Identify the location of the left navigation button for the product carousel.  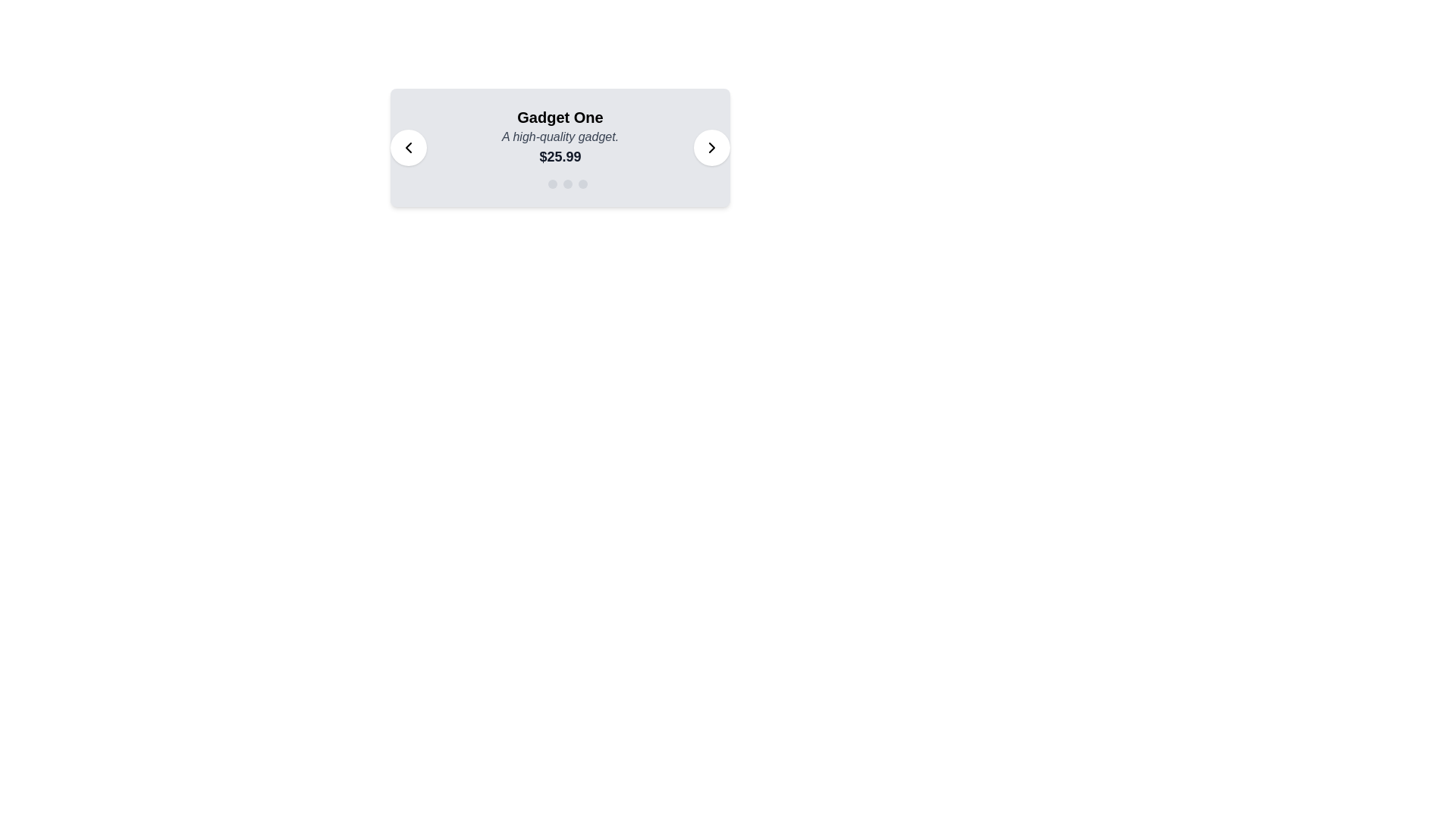
(408, 148).